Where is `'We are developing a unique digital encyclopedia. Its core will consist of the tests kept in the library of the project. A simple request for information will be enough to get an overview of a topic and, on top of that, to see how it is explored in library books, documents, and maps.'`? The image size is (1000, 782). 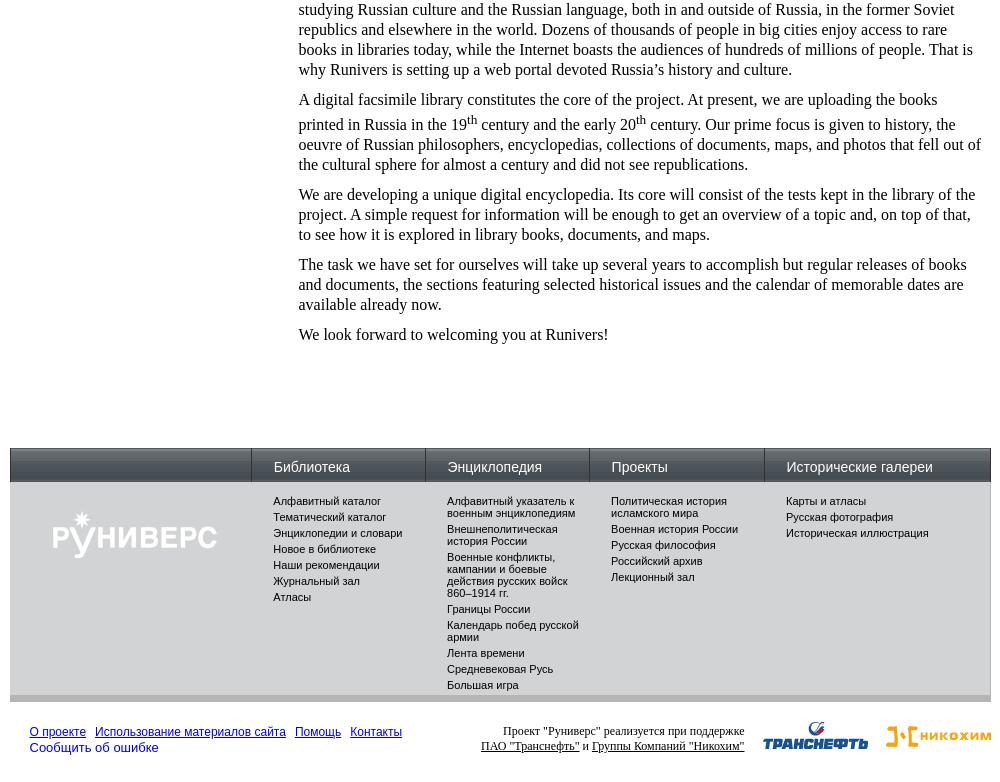 'We are developing a unique digital encyclopedia. Its core will consist of the tests kept in the library of the project. A simple request for information will be enough to get an overview of a topic and, on top of that, to see how it is explored in library books, documents, and maps.' is located at coordinates (636, 213).